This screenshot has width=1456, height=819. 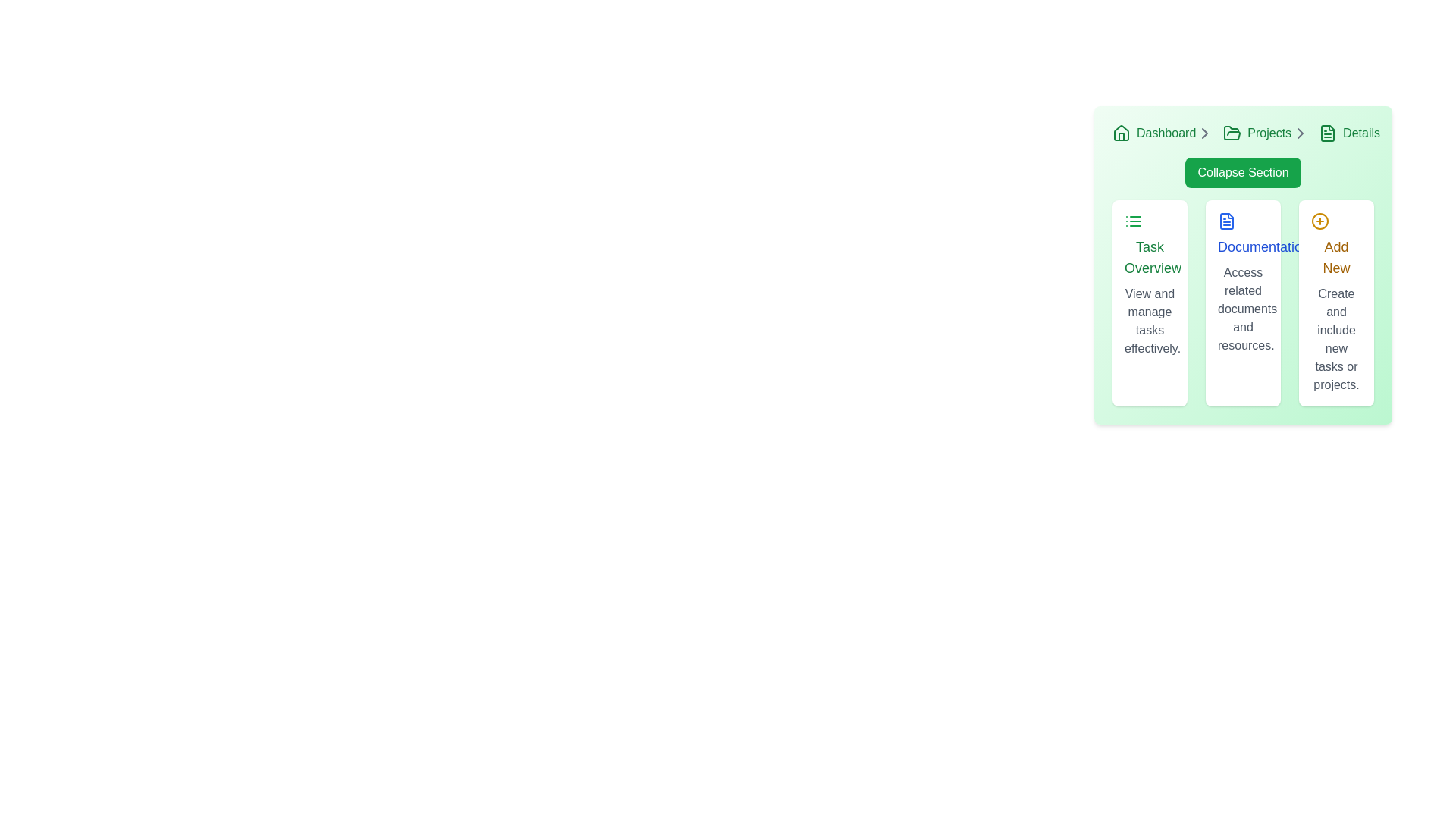 I want to click on the 'Projects' hyperlink, so click(x=1257, y=133).